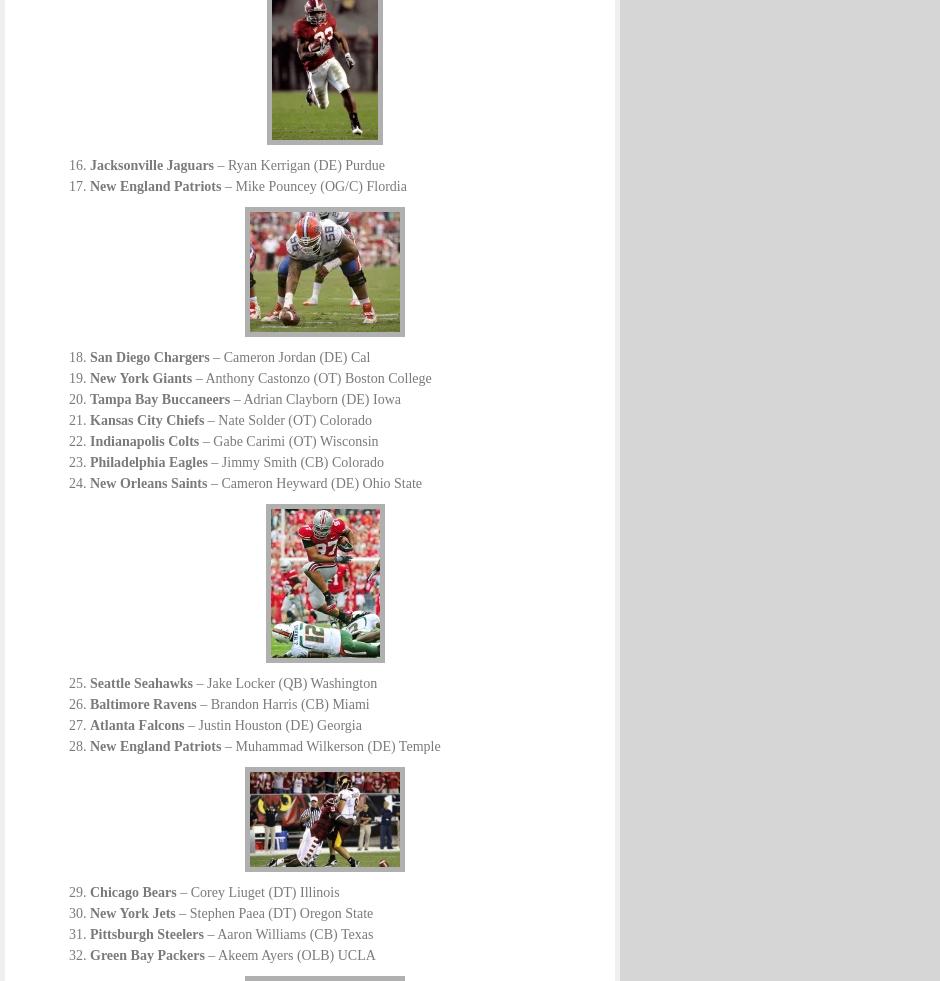 This screenshot has width=940, height=981. Describe the element at coordinates (141, 704) in the screenshot. I see `'Baltimore Ravens'` at that location.